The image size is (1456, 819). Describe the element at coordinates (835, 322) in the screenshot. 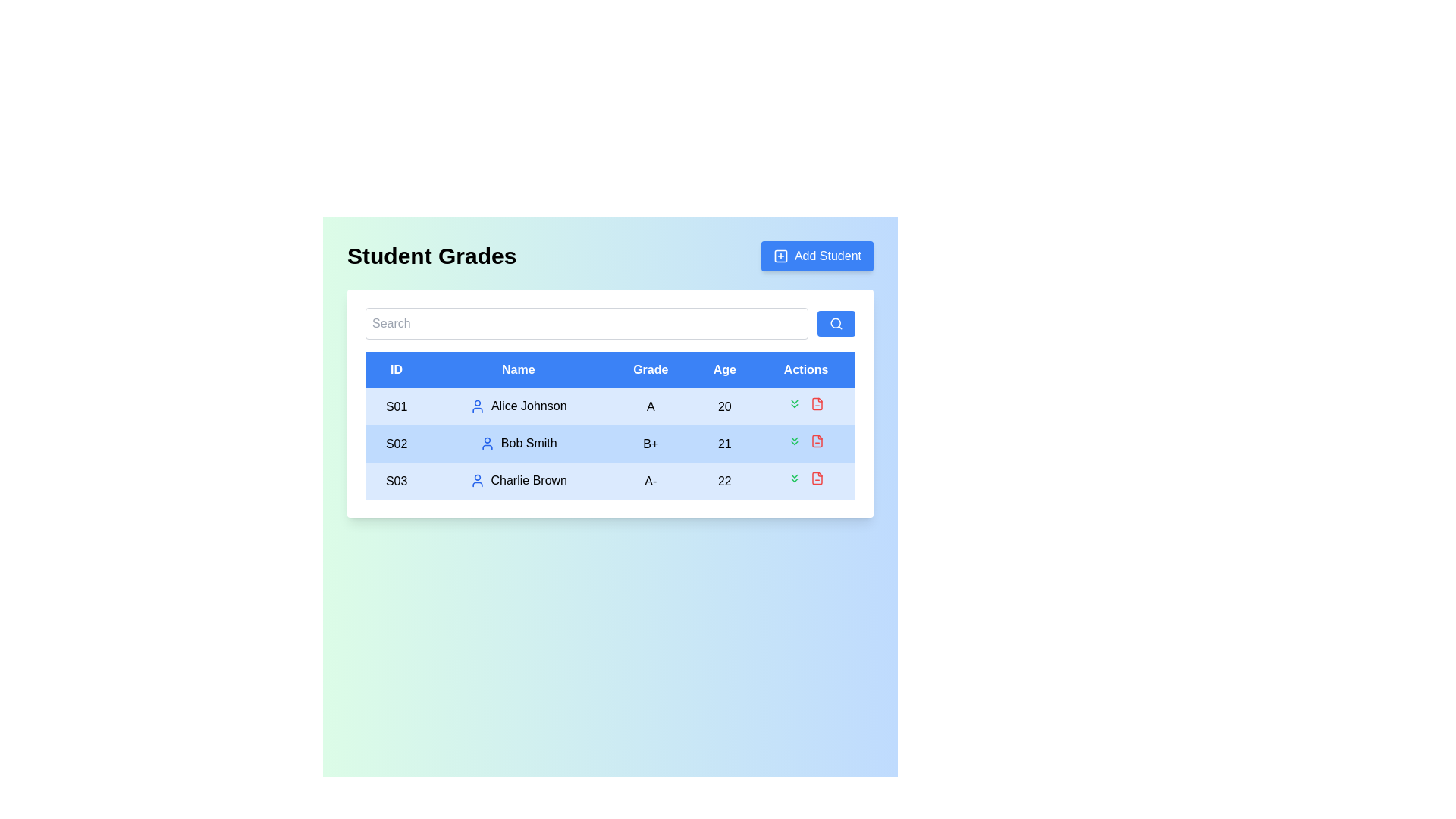

I see `the circular component of the search icon located at the upper-right corner of the table's header, beside the search bar` at that location.